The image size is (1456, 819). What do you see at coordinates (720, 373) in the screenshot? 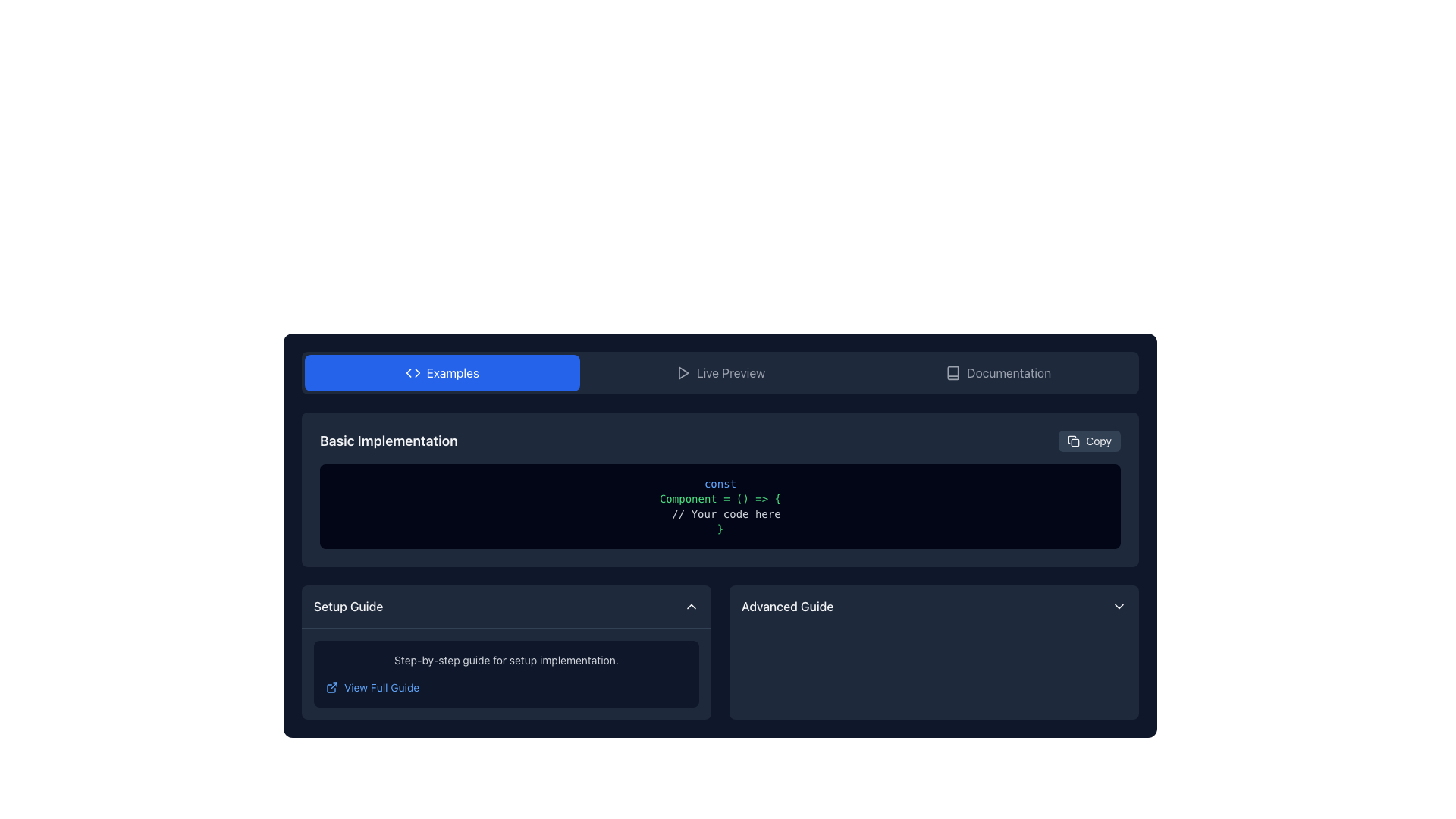
I see `the live preview button, which is the second button in a horizontal group of three buttons, located to the right of the 'Examples' button and to the left of the 'Documentation' button` at bounding box center [720, 373].